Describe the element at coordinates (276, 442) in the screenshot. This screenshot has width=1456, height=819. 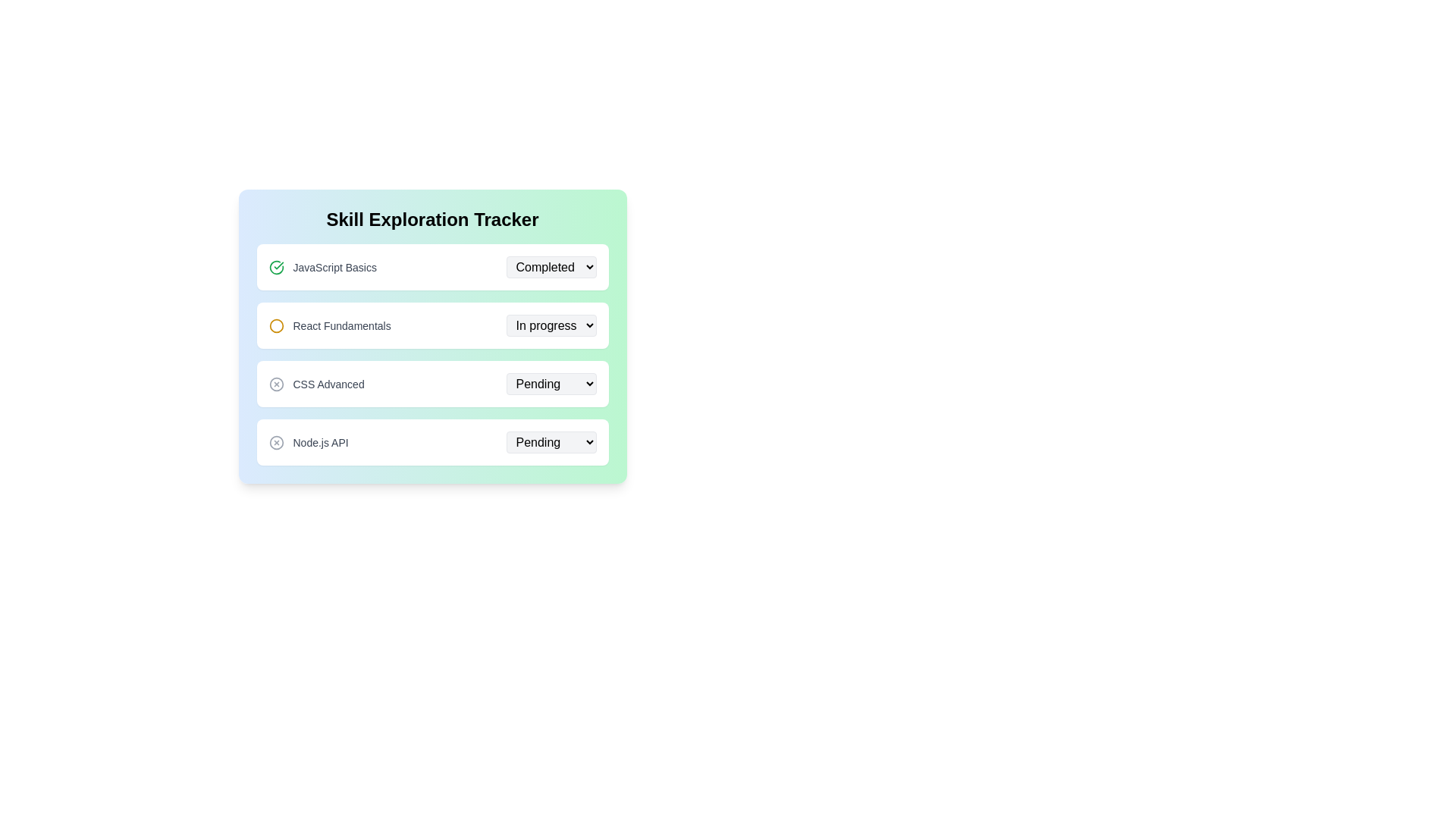
I see `the cancel icon located at the extreme left of the 'Node.js API' row in the Skill Exploration Tracker module` at that location.